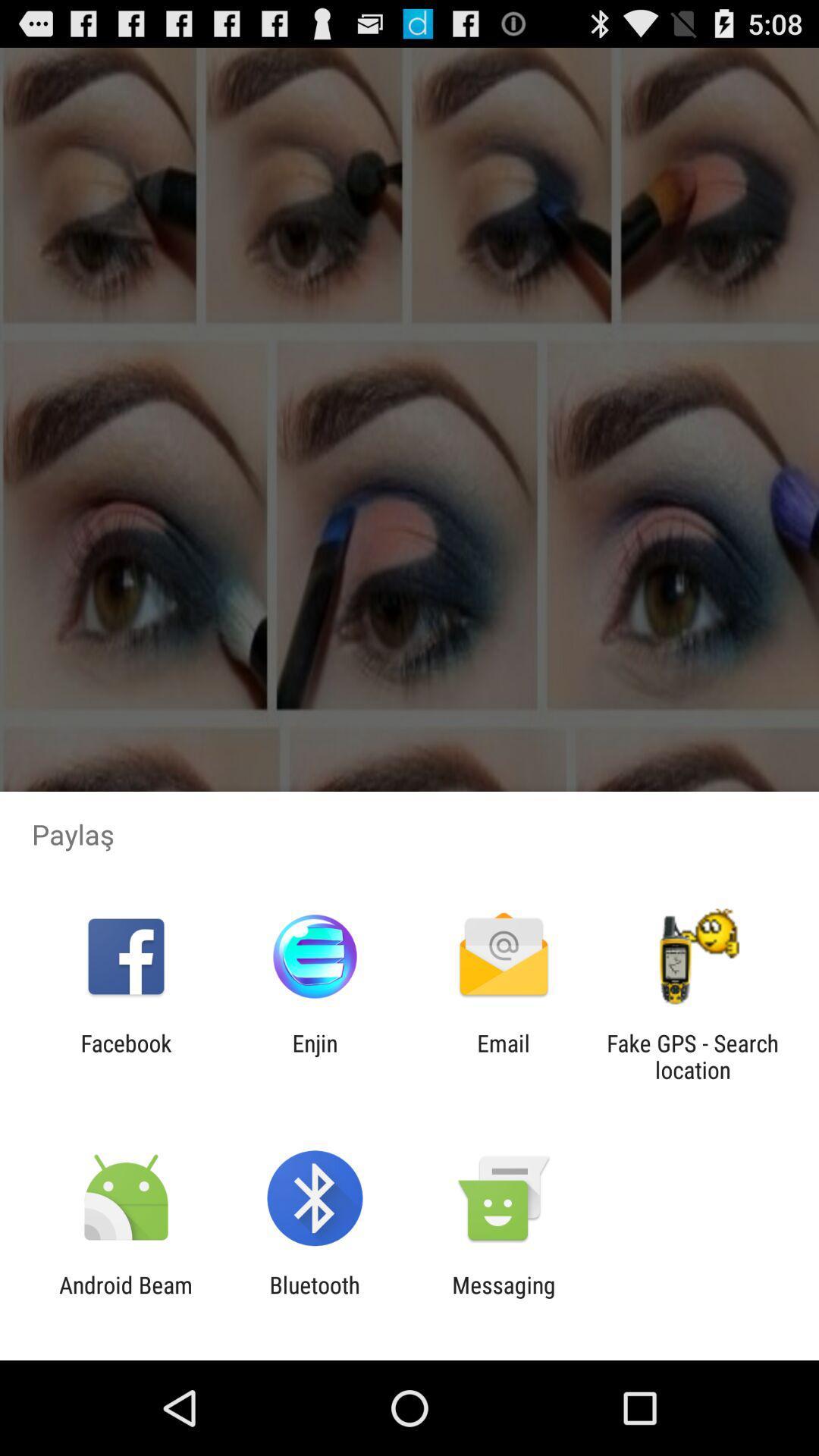 The width and height of the screenshot is (819, 1456). What do you see at coordinates (125, 1298) in the screenshot?
I see `android beam icon` at bounding box center [125, 1298].